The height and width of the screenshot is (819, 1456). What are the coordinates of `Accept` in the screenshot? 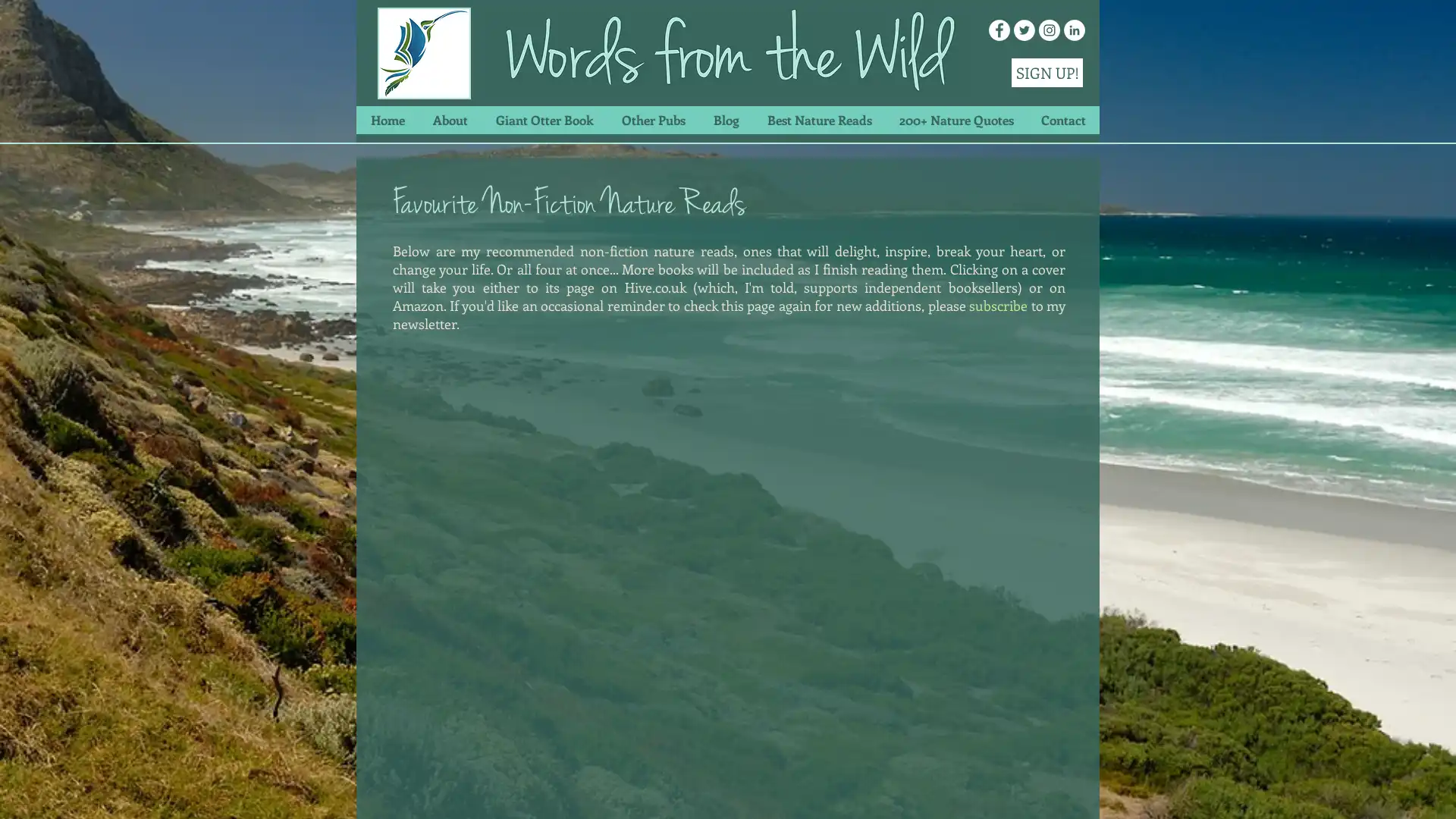 It's located at (1388, 792).